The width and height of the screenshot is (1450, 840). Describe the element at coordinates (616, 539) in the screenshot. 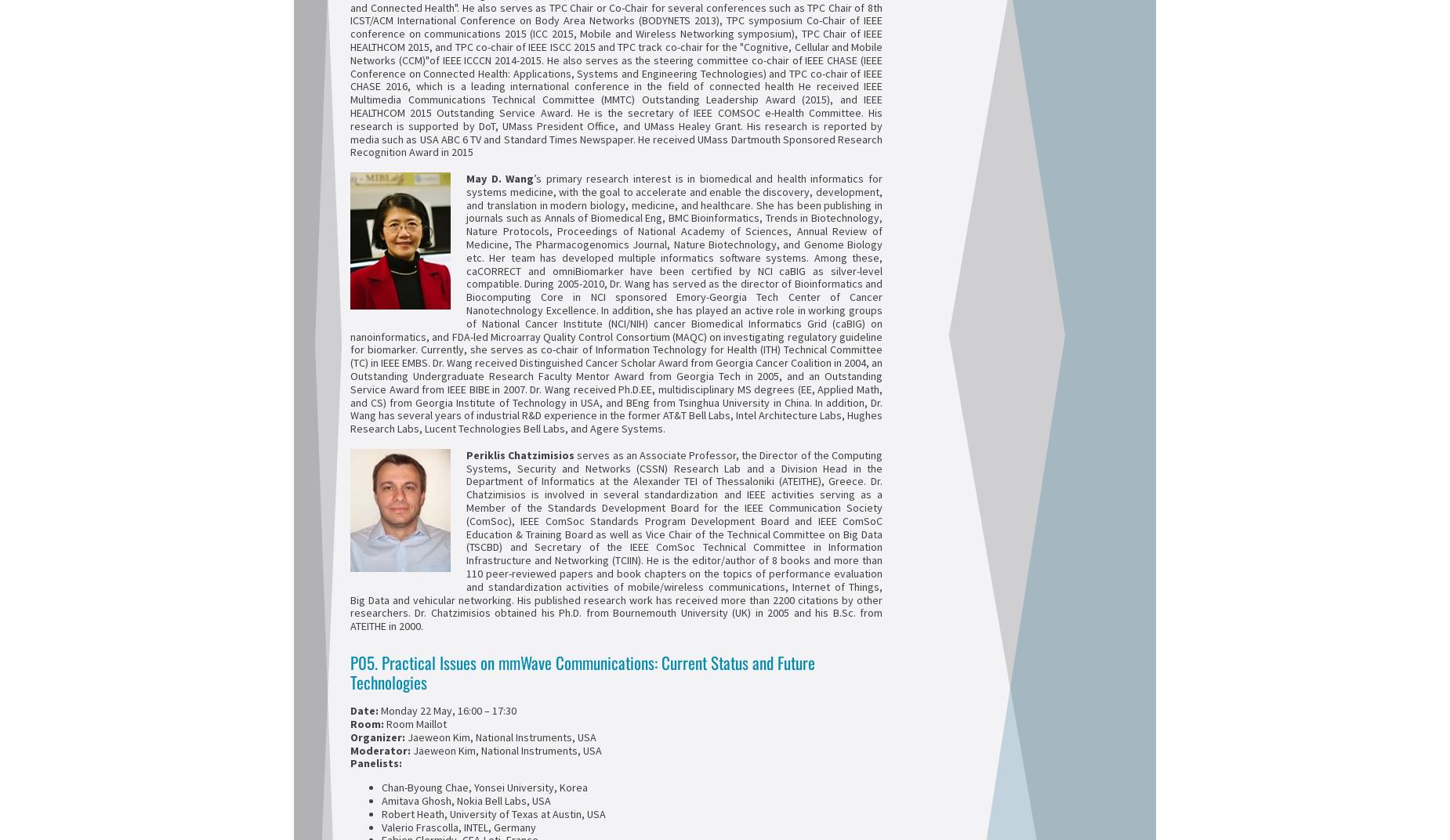

I see `'serves as an Associate Professor, the Director of the Computing Systems, Security and Networks (CSSN) Research Lab and a Division Head in the Department of Informatics at the Alexander TEI of Thessaloniki (ATEITHE), Greece. Dr. Chatzimisios is involved in several standardization and IEEE activities serving as a Member of the Standards Development Board for the IEEE Communication Society (ComSoc), IEEE ComSoc Standards Program Development Board and IEEE ComSoC Education & Training Board as well as Vice Chair of the Technical Committee on Big Data (TSCBD) and Secretary of the IEEE ComSoc Technical Committee in Information Infrastructure and Networking (TCIIN). He is the editor/author of 8 books and more than 110 peer-reviewed papers and book chapters on the topics of performance evaluation and standardization activities of mobile/wireless communications, Internet of Things, Big Data and vehicular networking. His published research work has received more than 2200 citations by other researchers. Dr. Chatzimisios obtained his Ph.D. from Bournemouth University (UK) in 2005 and his B.Sc. from ATEITHE in 2000.'` at that location.